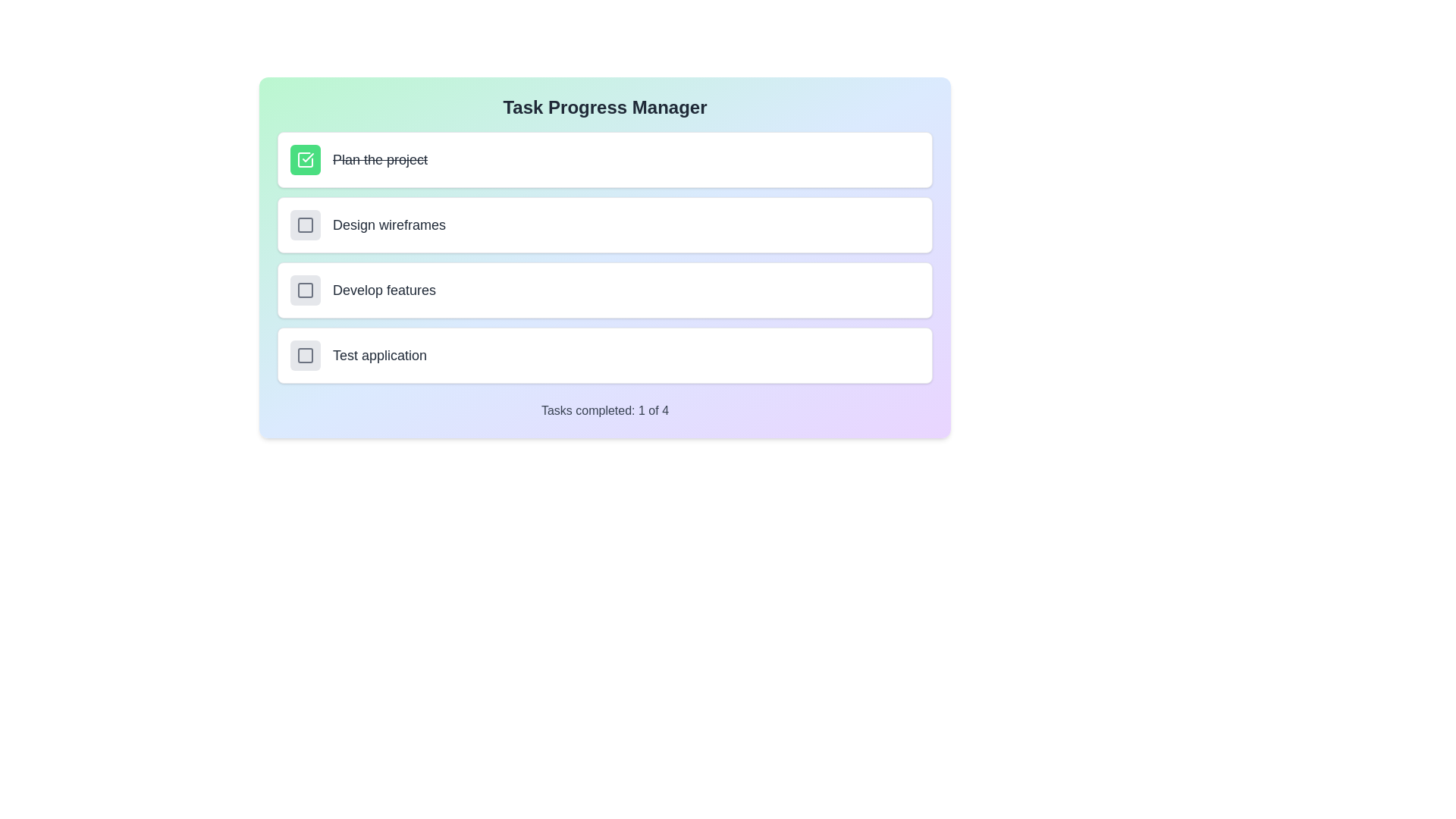 The width and height of the screenshot is (1456, 819). What do you see at coordinates (305, 225) in the screenshot?
I see `the checkbox-style input element associated with the task labeled 'Design wireframes' to observe the scaling effect` at bounding box center [305, 225].